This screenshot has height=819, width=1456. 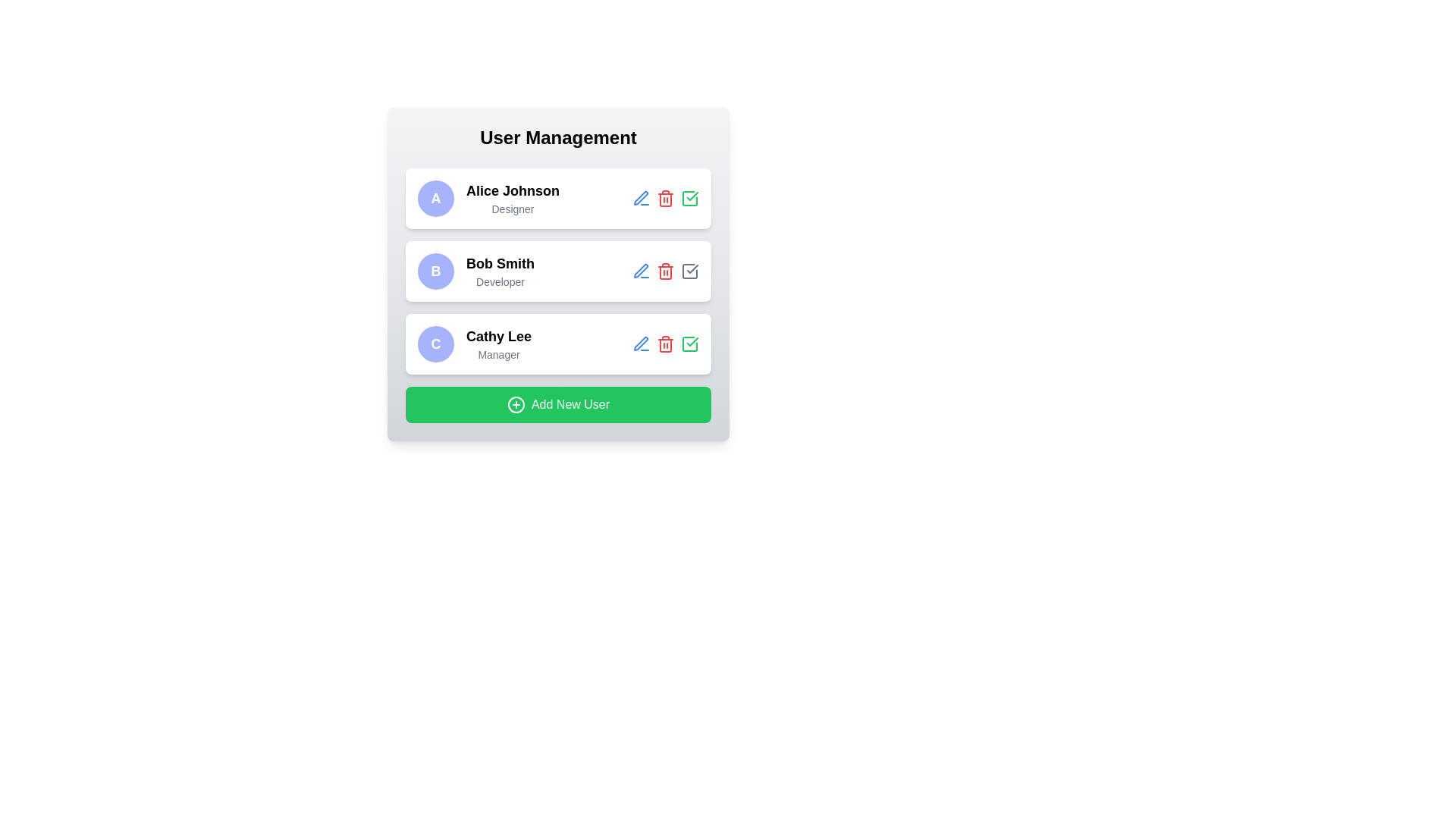 What do you see at coordinates (435, 271) in the screenshot?
I see `the Avatar Badge representing the user with initials 'B' located to the left of 'Bob Smith (Developer)'` at bounding box center [435, 271].